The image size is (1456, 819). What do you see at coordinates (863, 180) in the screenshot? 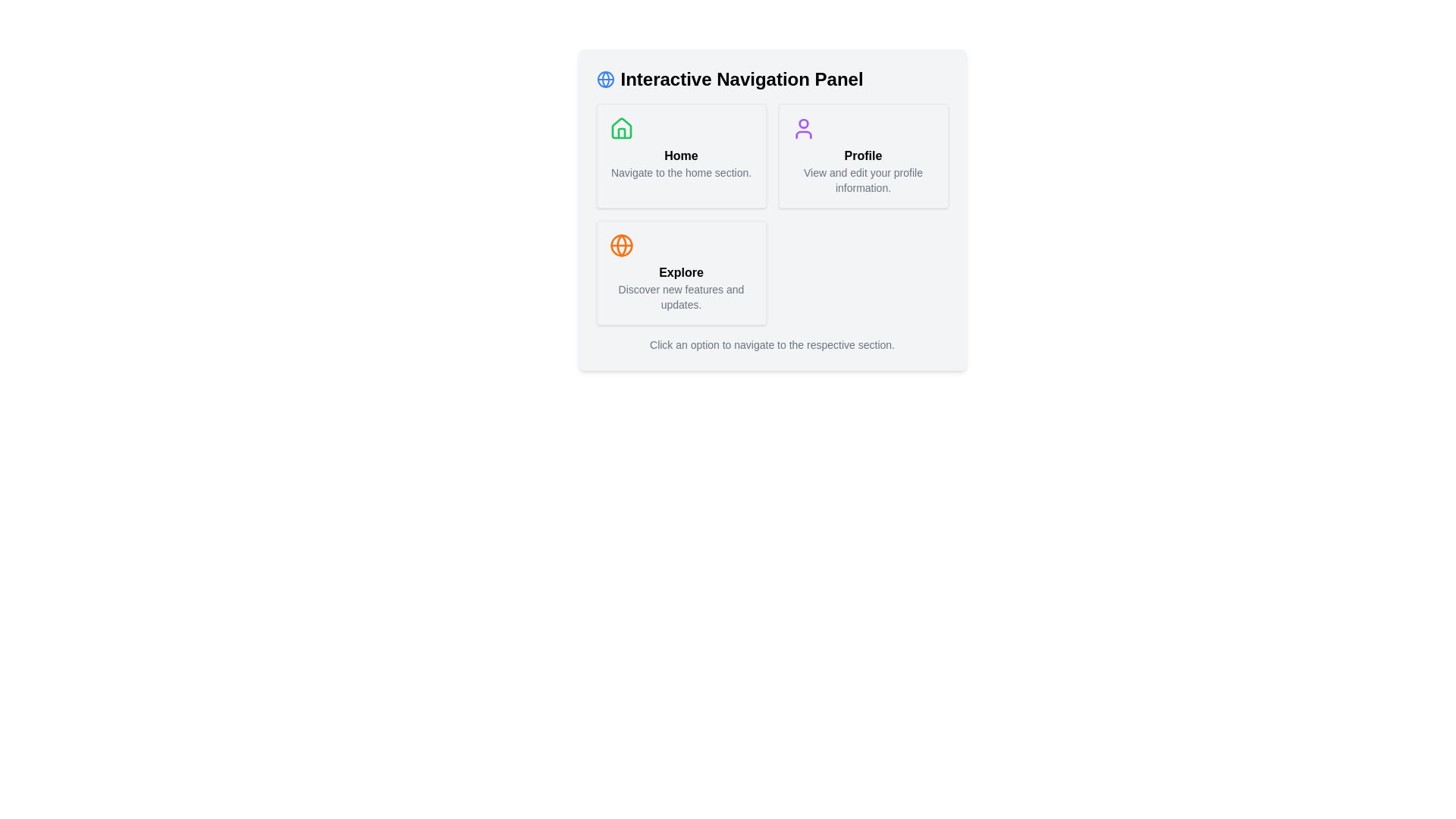
I see `the descriptive subtitle or hint located in the lower section of the 'Profile' card, positioned directly below the 'Profile' heading` at bounding box center [863, 180].